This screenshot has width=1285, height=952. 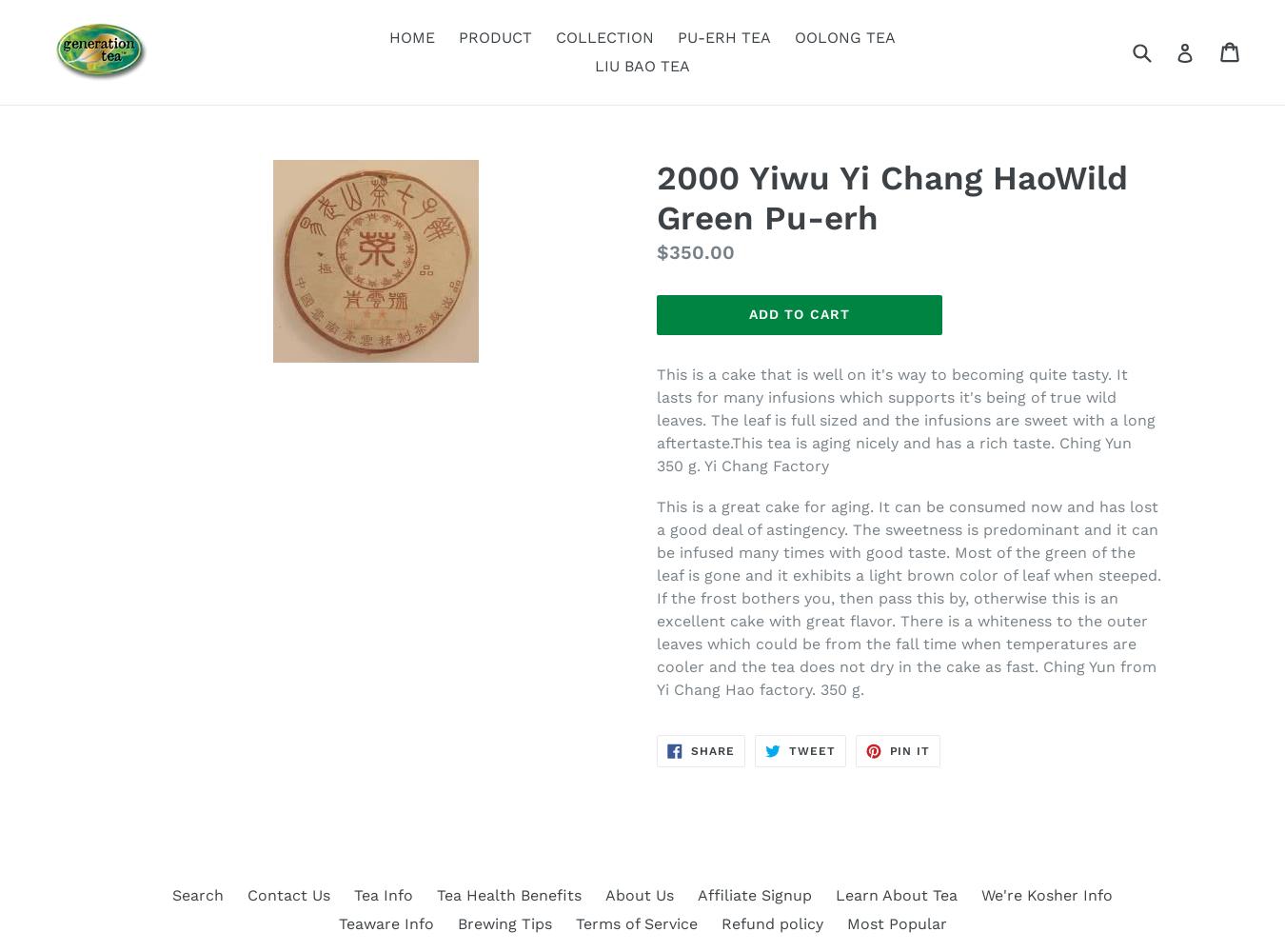 What do you see at coordinates (771, 922) in the screenshot?
I see `'Refund policy'` at bounding box center [771, 922].